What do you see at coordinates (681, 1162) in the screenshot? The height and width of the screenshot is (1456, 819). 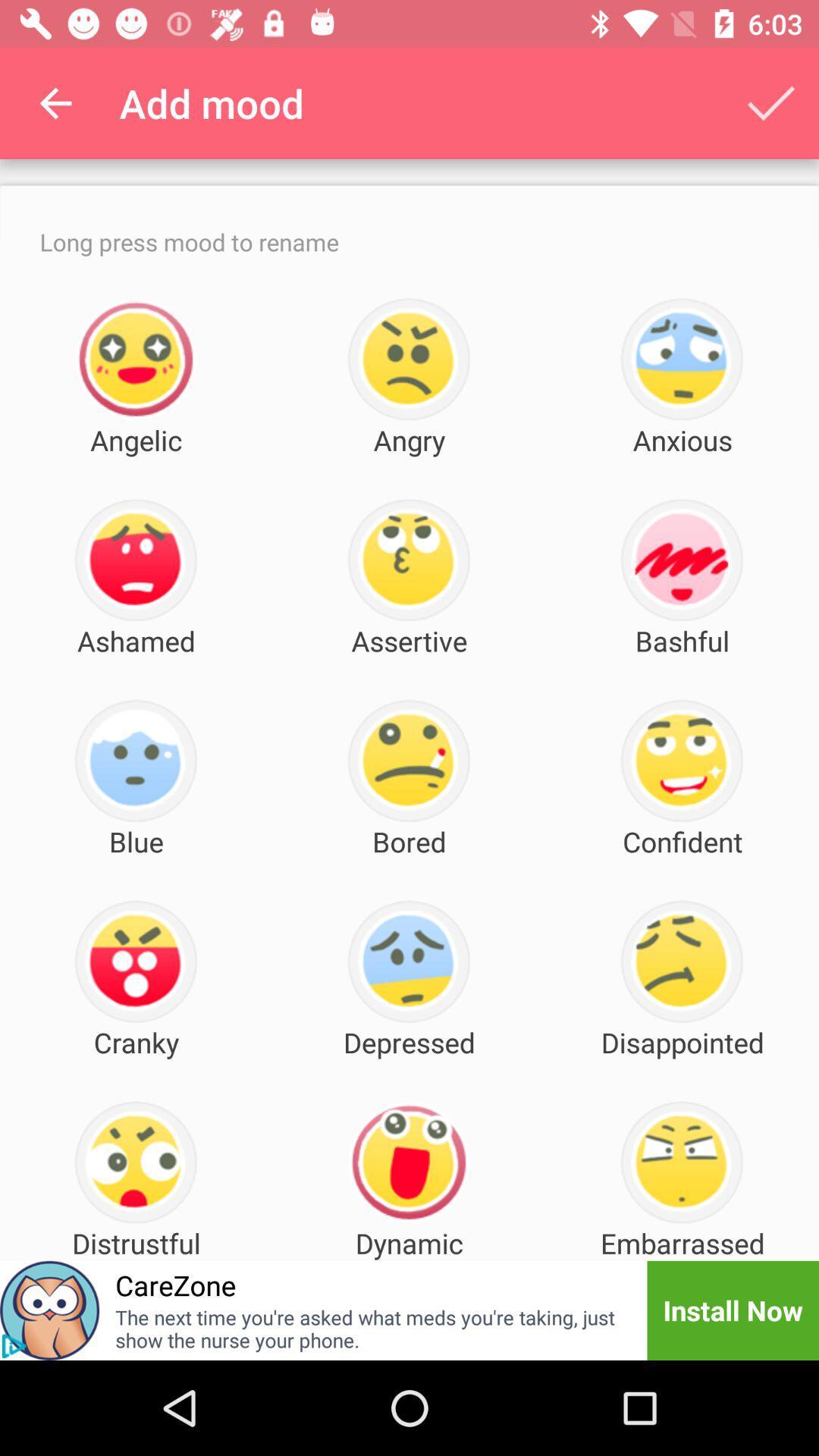 I see `the last emoji of the page` at bounding box center [681, 1162].